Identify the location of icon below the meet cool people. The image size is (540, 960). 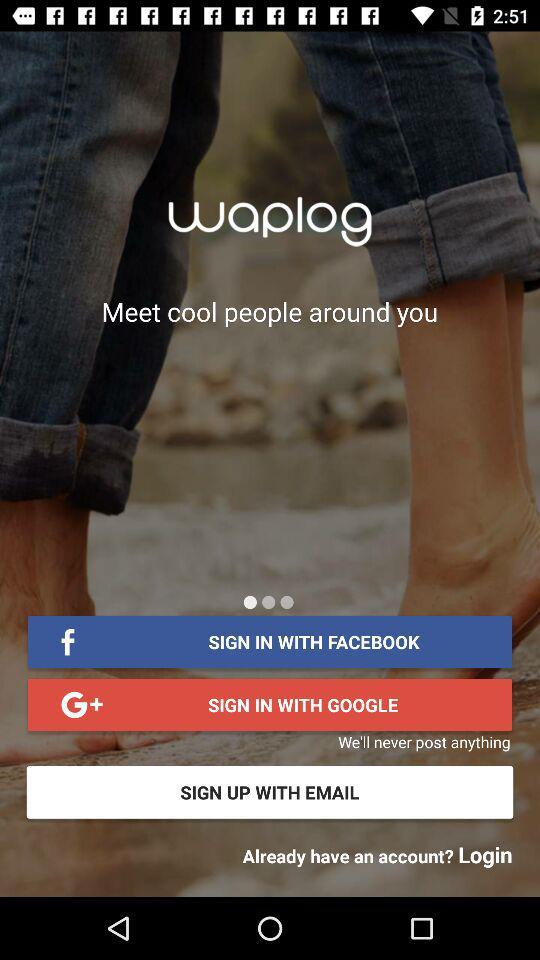
(250, 601).